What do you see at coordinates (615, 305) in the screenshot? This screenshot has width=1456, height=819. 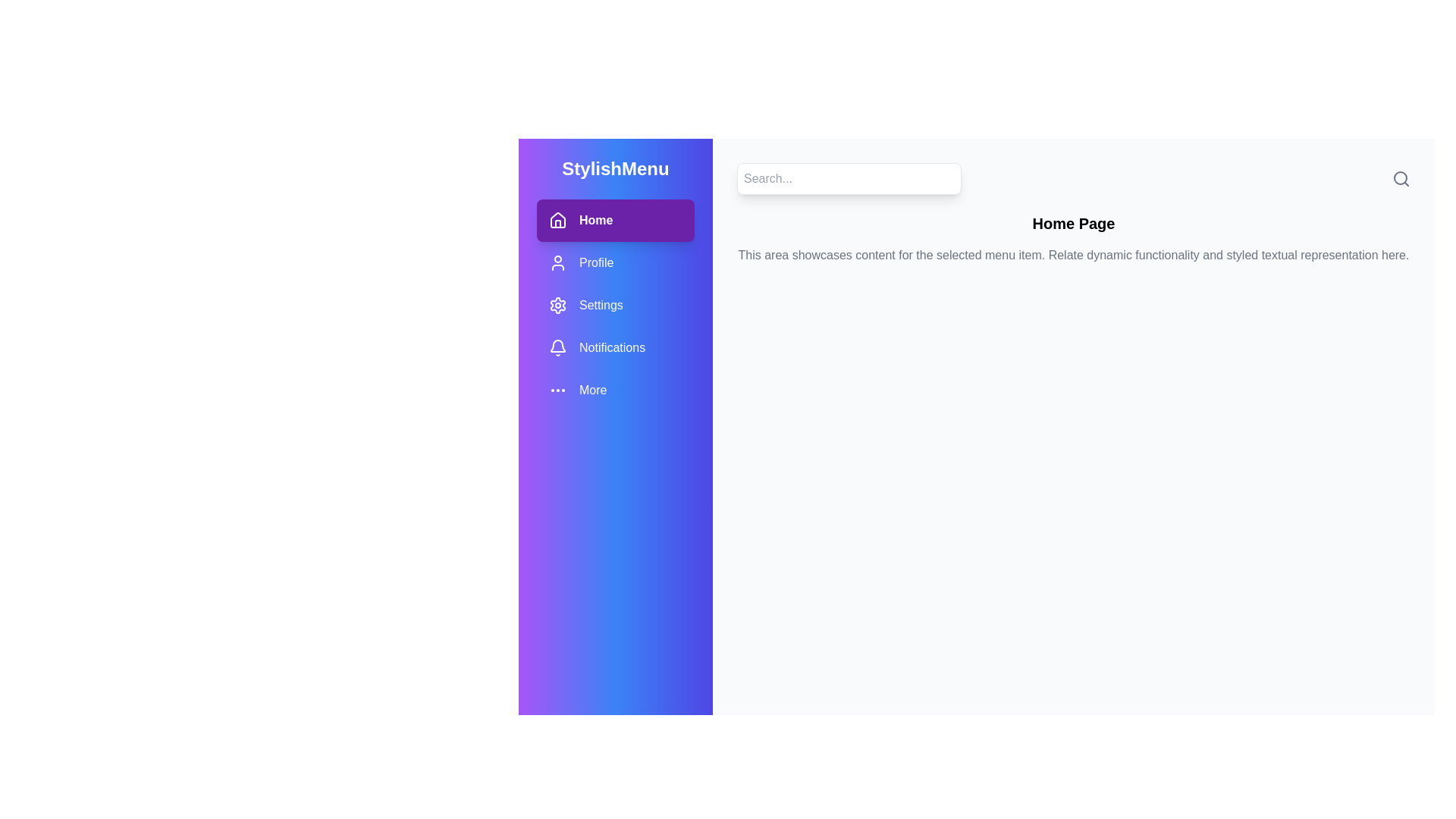 I see `the menu item Settings` at bounding box center [615, 305].